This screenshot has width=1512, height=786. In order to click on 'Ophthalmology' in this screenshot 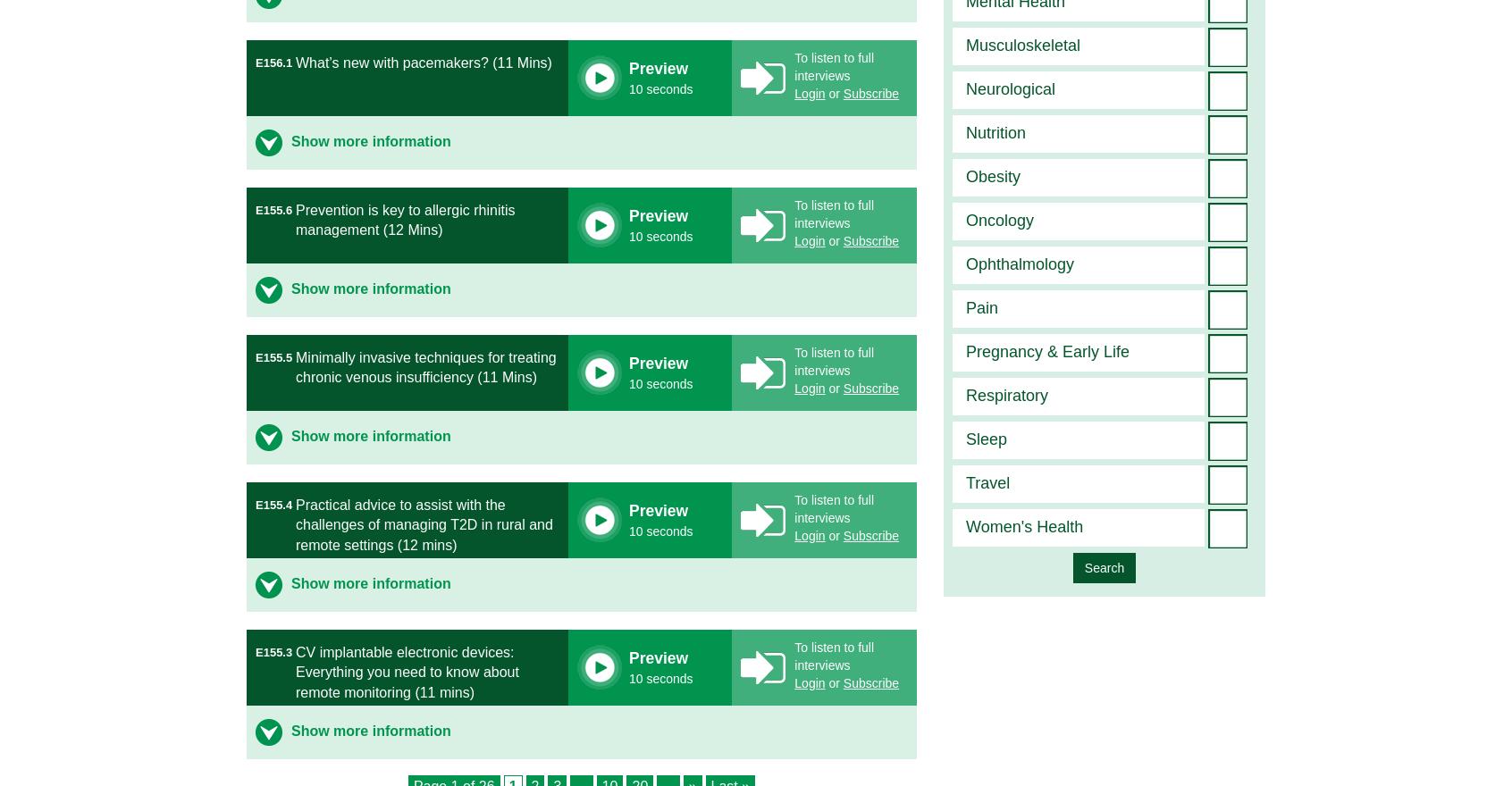, I will do `click(1019, 263)`.